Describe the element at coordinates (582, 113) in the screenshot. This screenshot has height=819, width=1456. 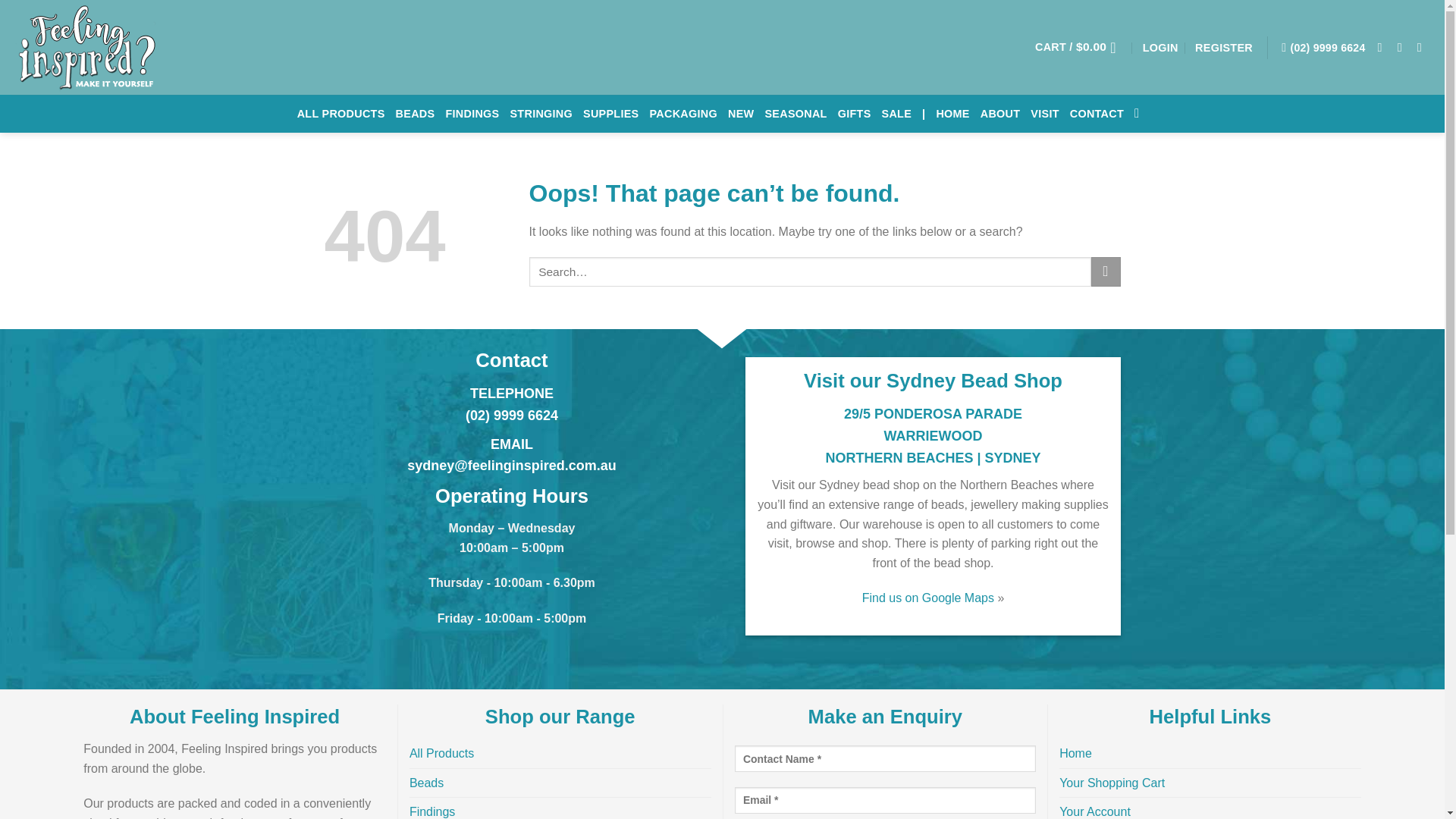
I see `'SUPPLIES'` at that location.